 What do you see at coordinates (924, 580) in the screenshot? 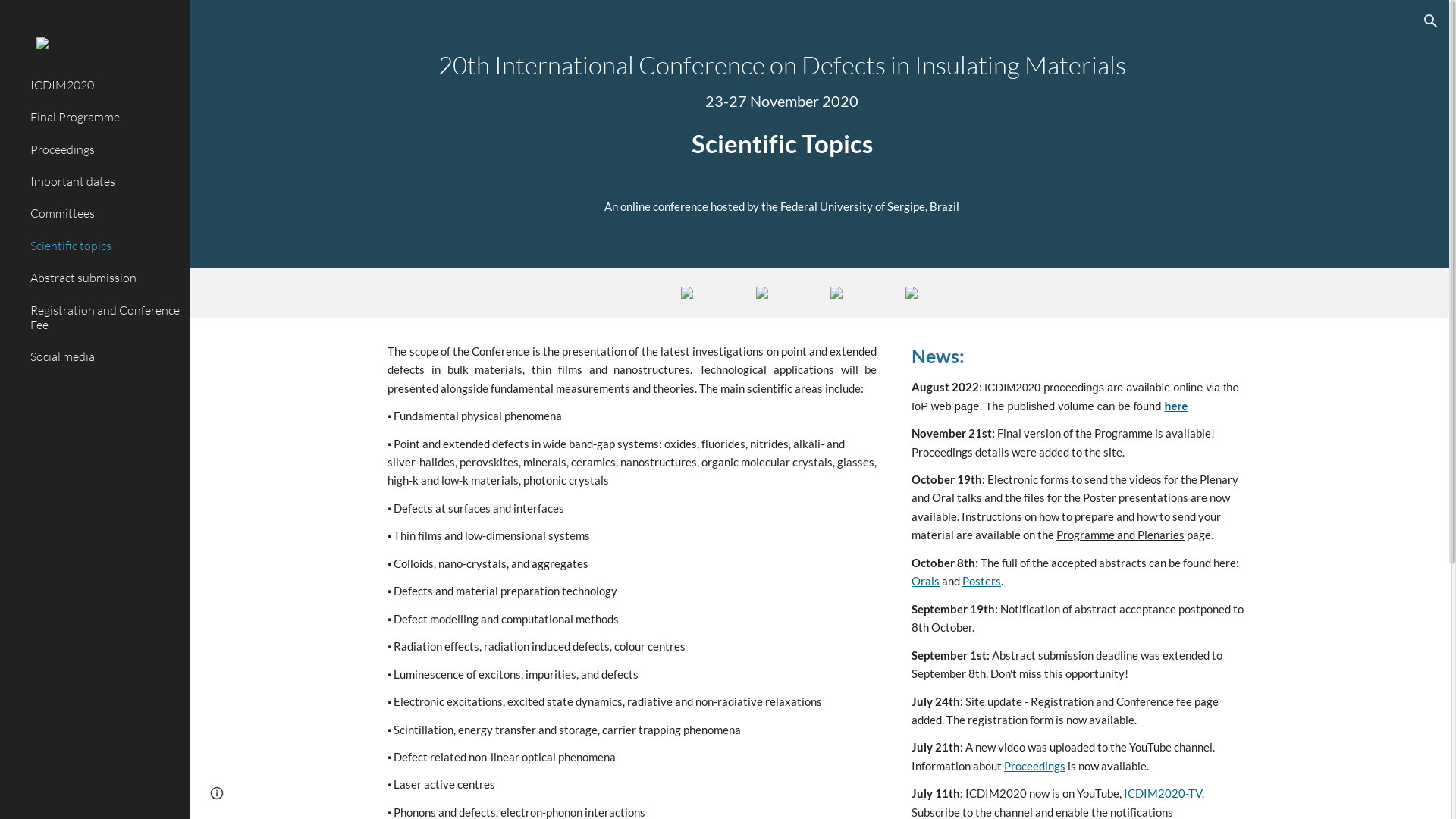
I see `'Orals'` at bounding box center [924, 580].